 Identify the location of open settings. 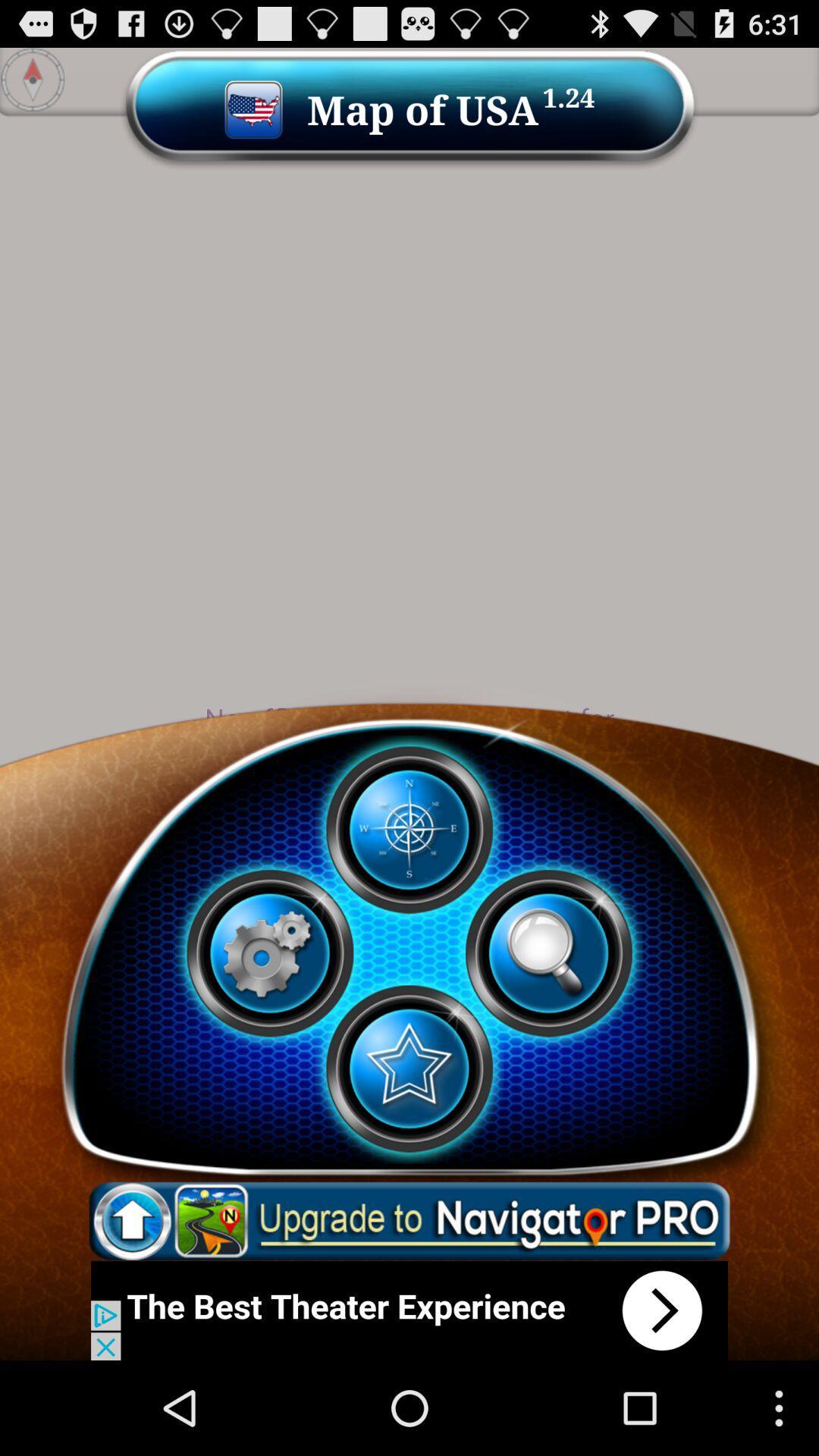
(268, 952).